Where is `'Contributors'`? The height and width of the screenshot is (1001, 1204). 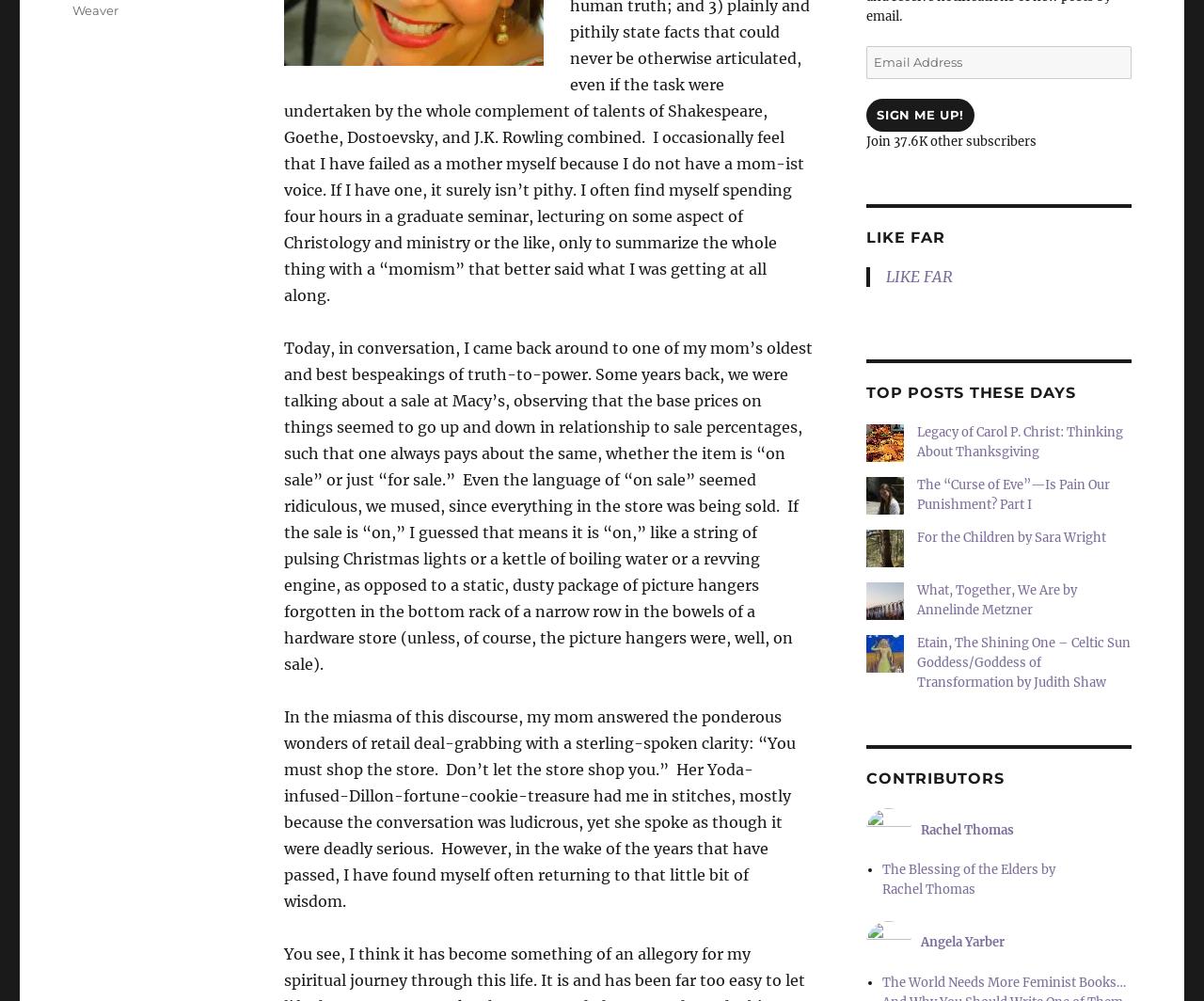
'Contributors' is located at coordinates (935, 778).